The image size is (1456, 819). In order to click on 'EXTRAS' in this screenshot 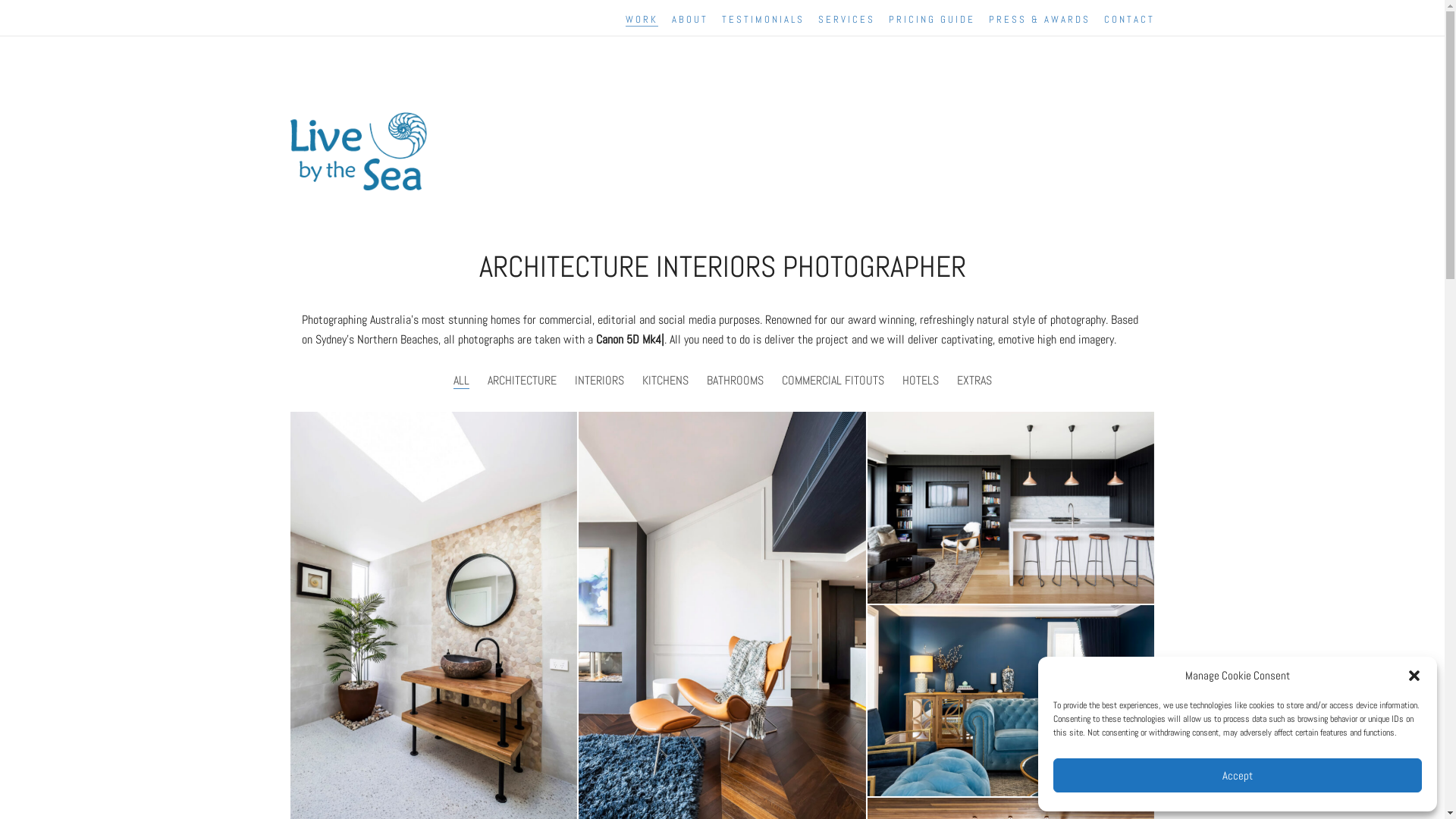, I will do `click(974, 379)`.